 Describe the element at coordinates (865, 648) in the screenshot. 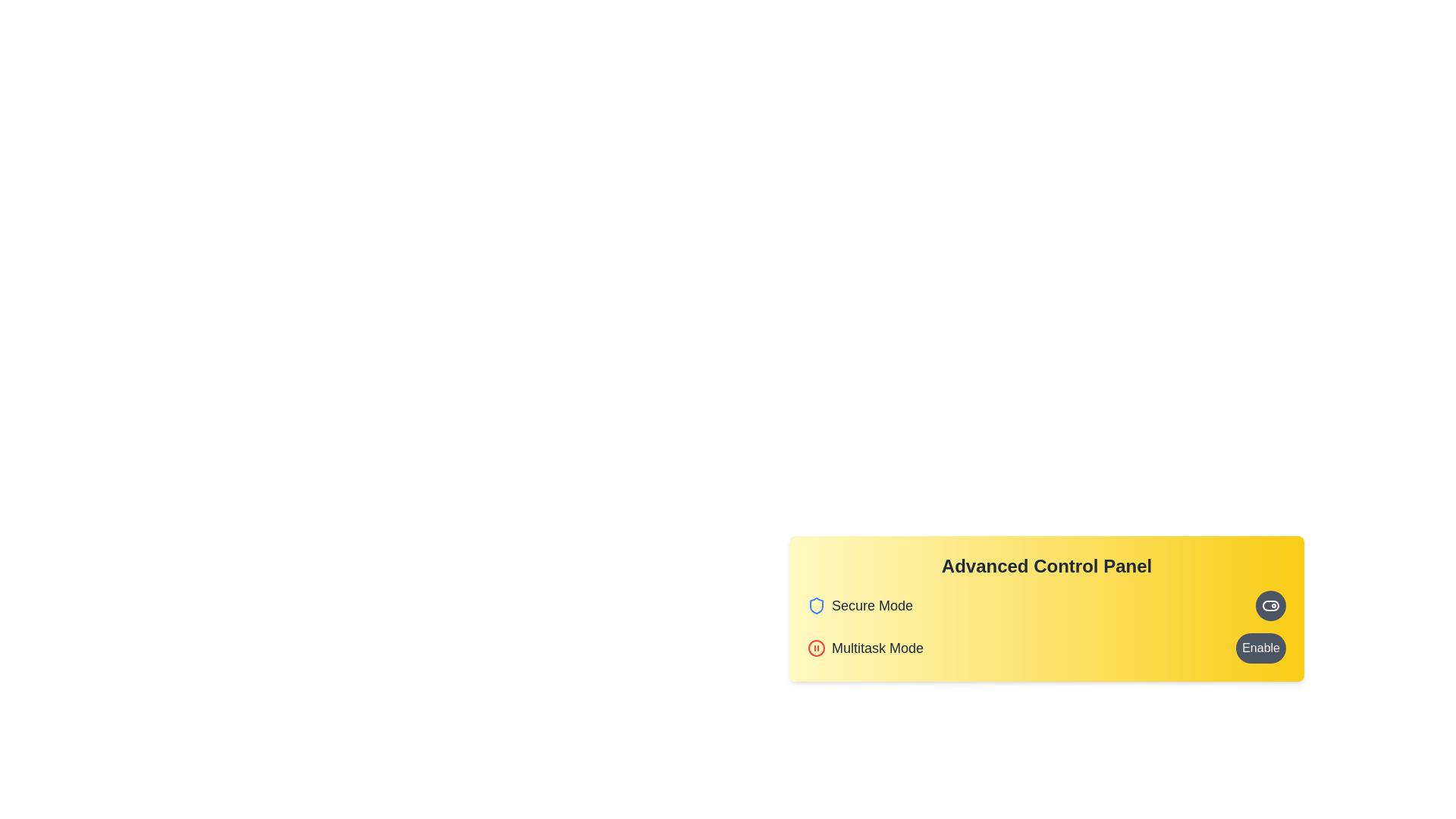

I see `the 'Multitask Mode' text label with icon, which is located in the lower-left area of the 'Advanced Control Panel', following the 'Secure Mode' label` at that location.